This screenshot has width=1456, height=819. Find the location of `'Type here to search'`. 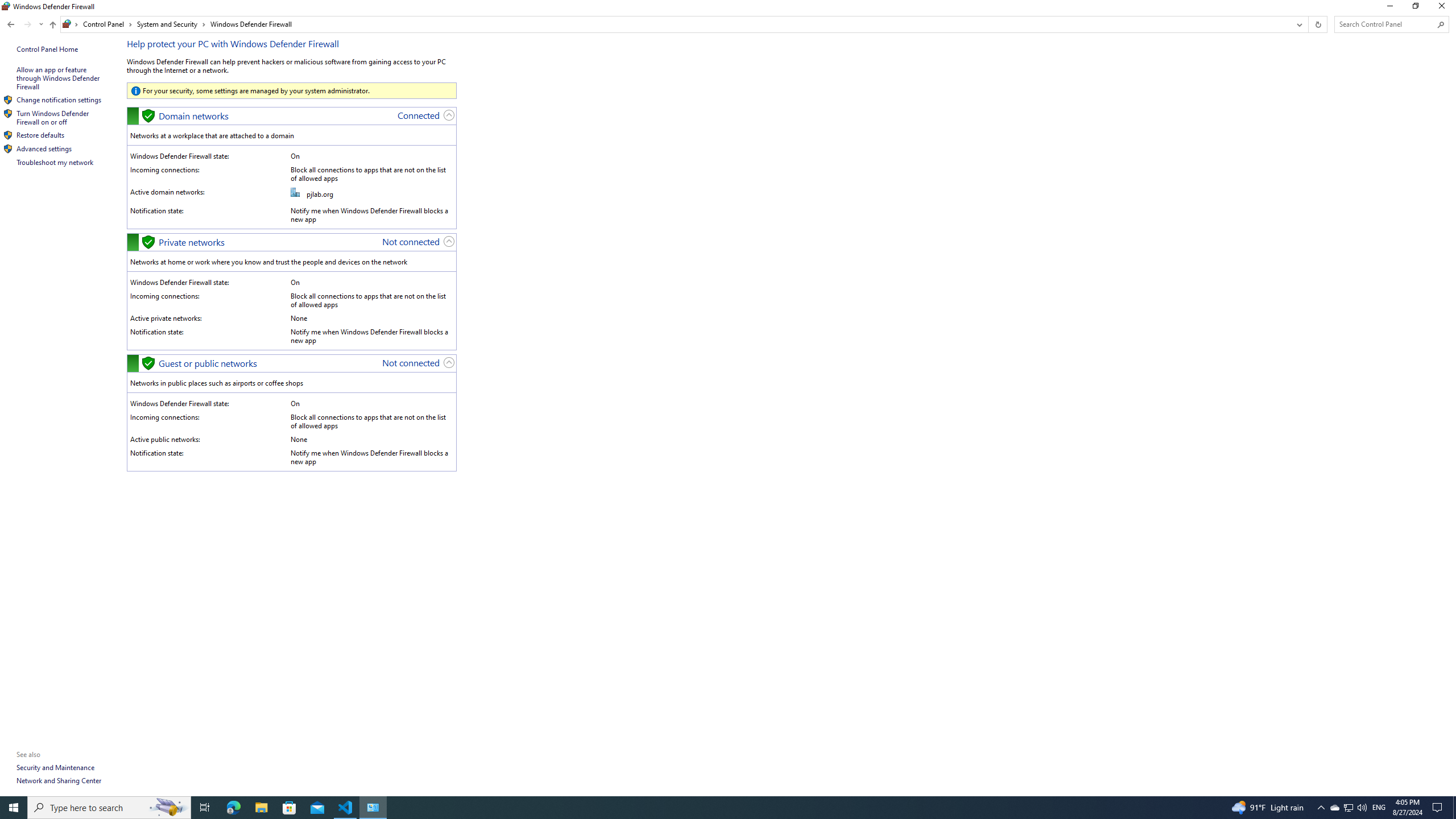

'Type here to search' is located at coordinates (109, 806).